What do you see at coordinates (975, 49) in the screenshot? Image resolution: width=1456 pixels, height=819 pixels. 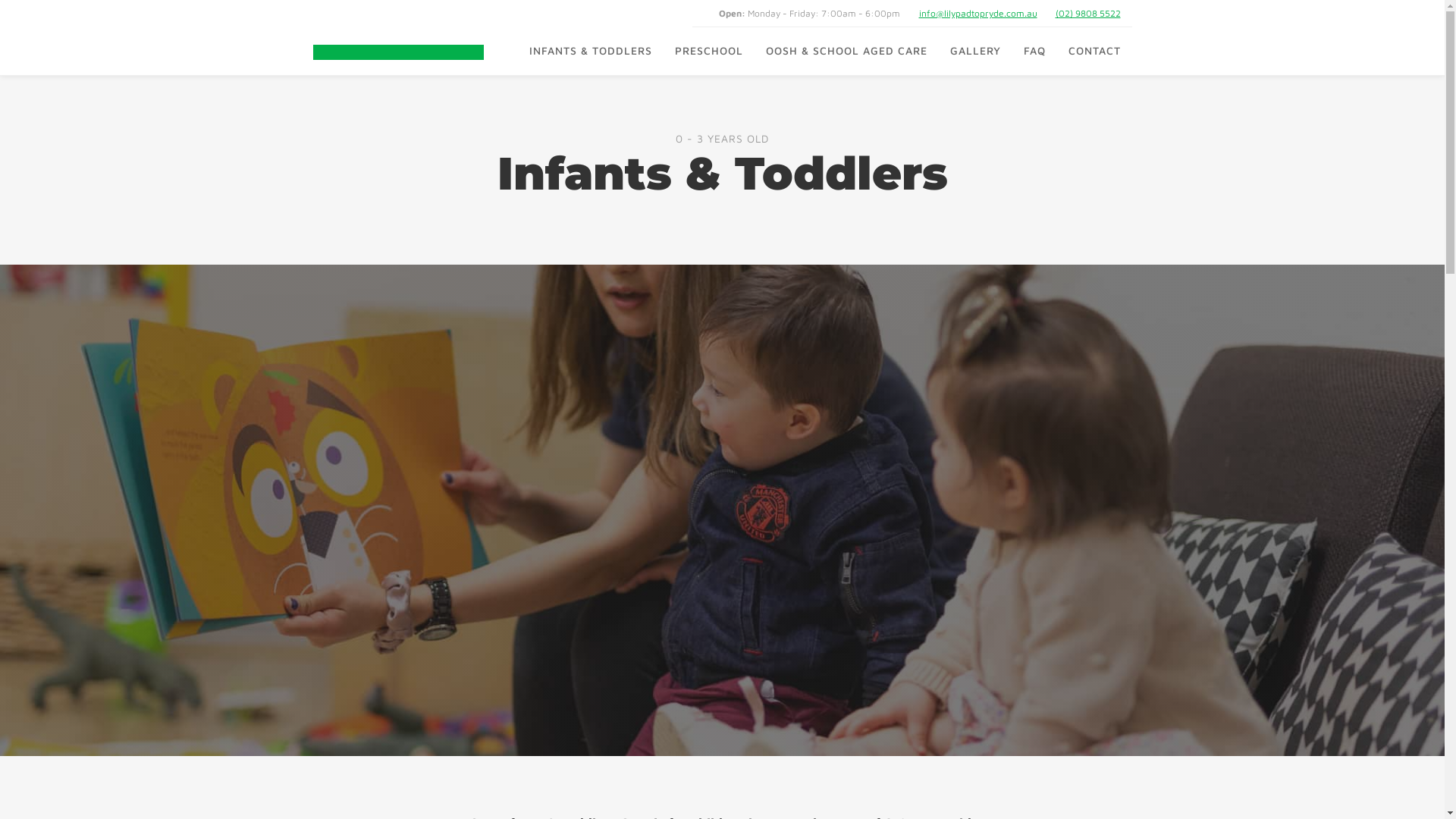 I see `'GALLERY'` at bounding box center [975, 49].